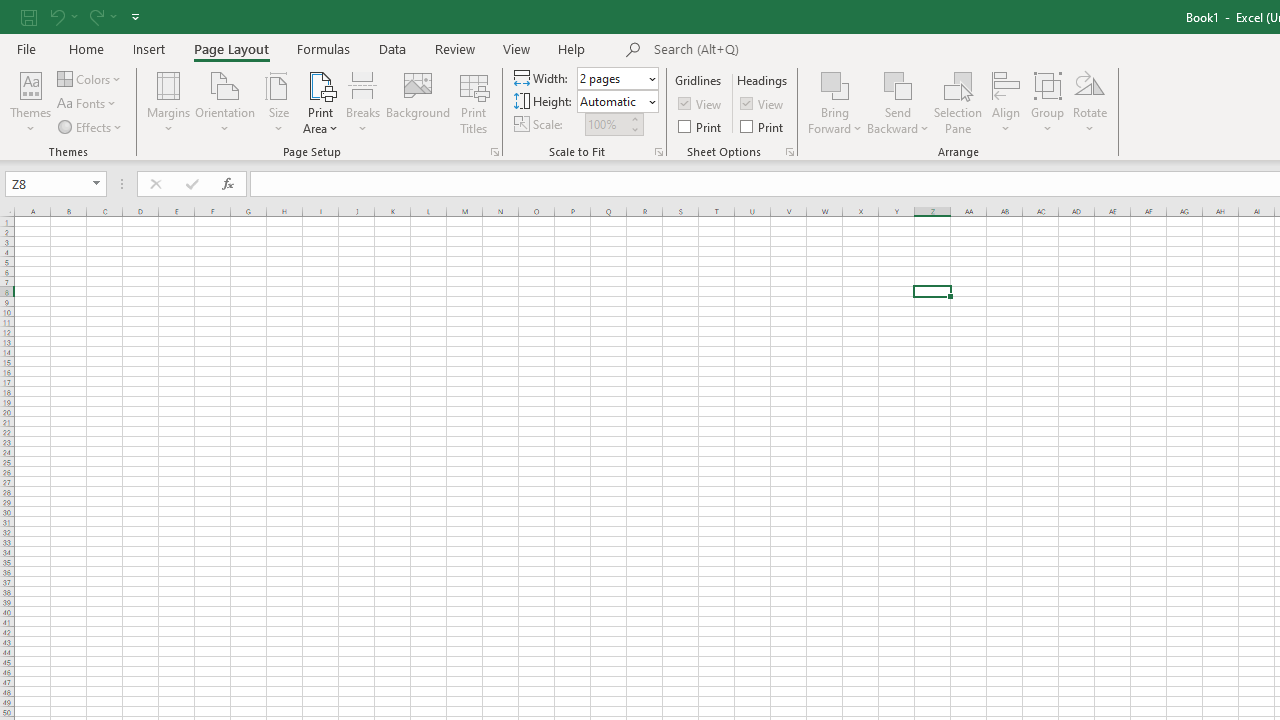  What do you see at coordinates (633, 118) in the screenshot?
I see `'More'` at bounding box center [633, 118].